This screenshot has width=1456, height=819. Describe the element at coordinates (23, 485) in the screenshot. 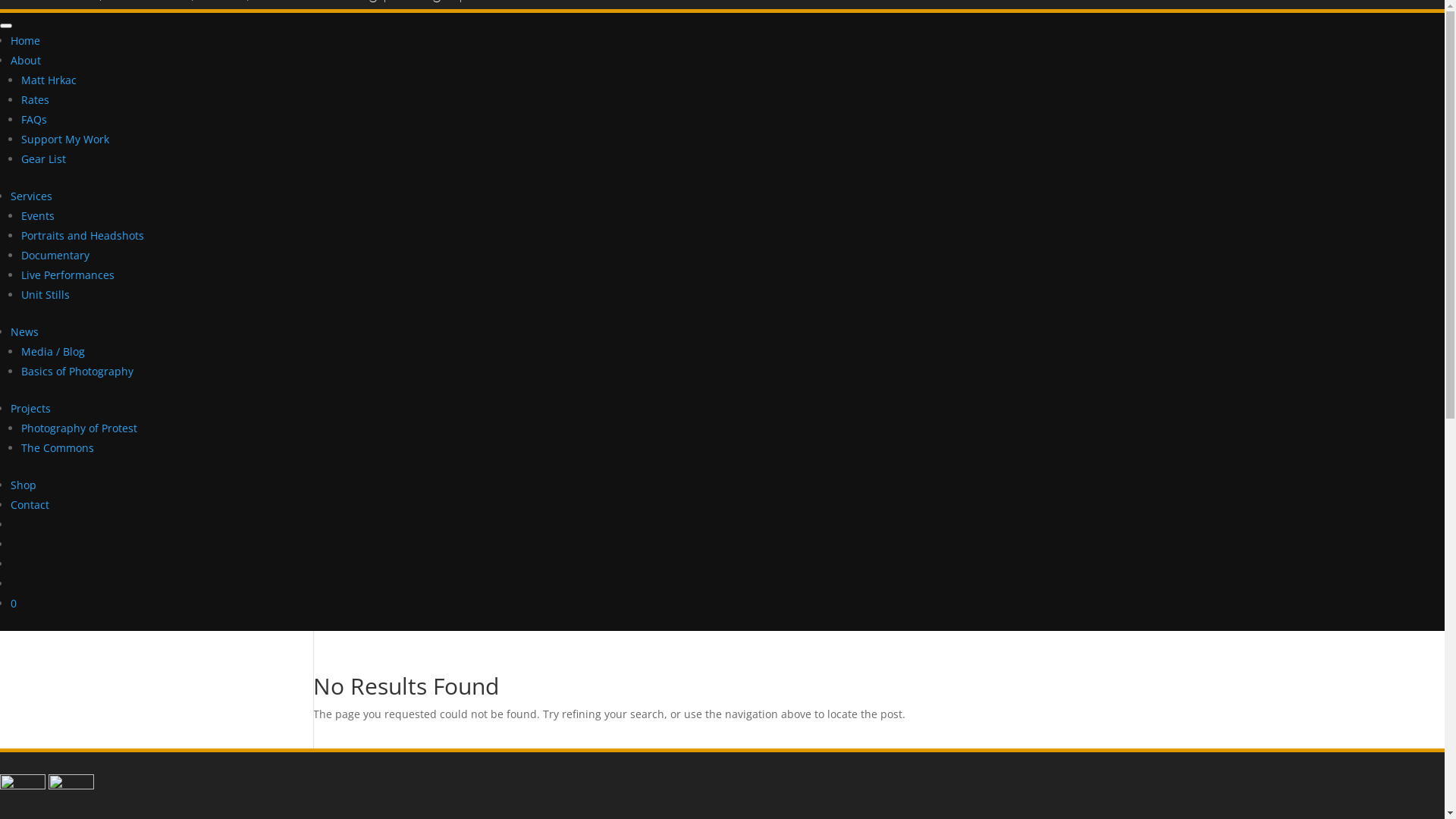

I see `'Shop'` at that location.